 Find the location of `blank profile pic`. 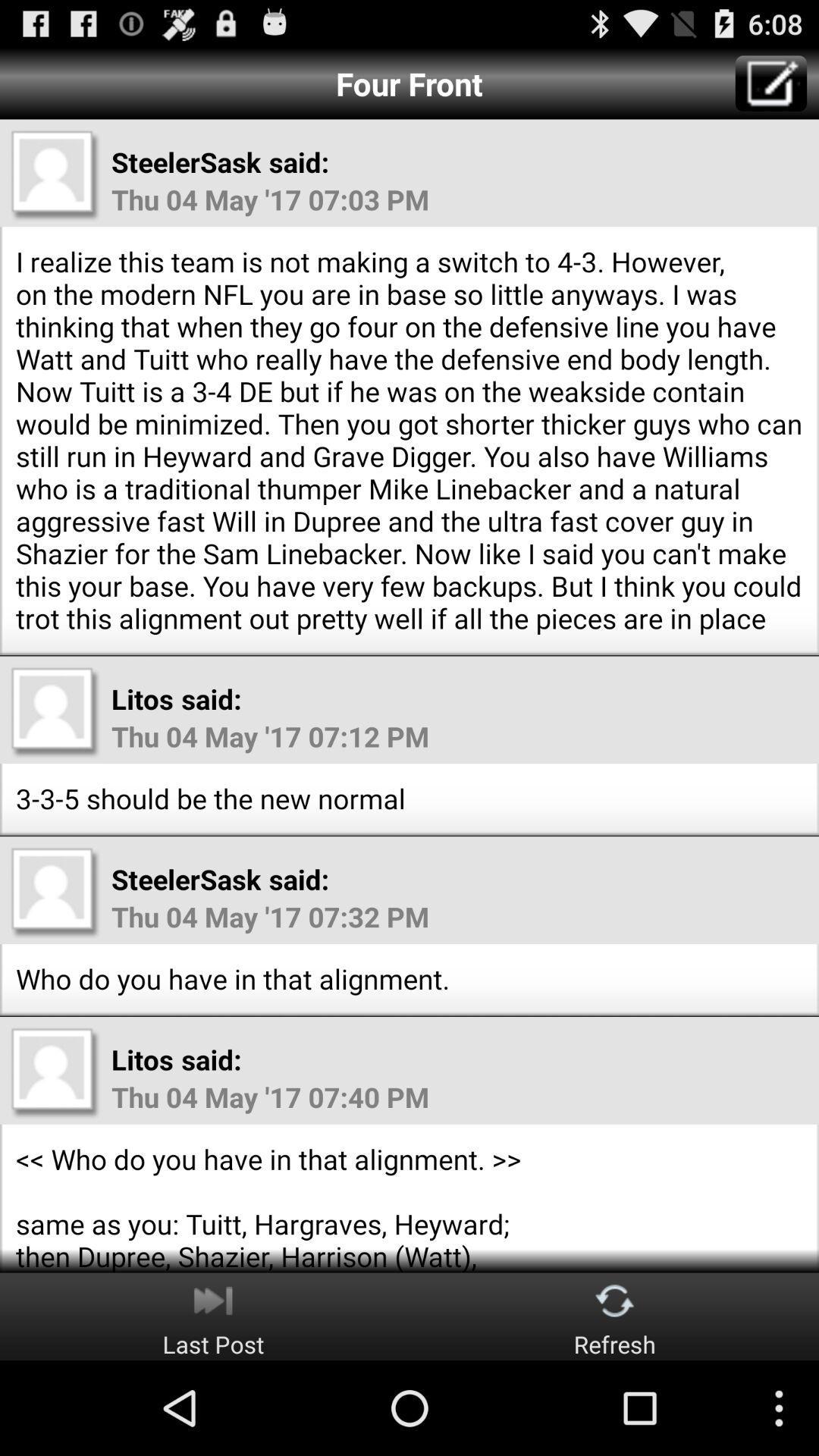

blank profile pic is located at coordinates (55, 1072).